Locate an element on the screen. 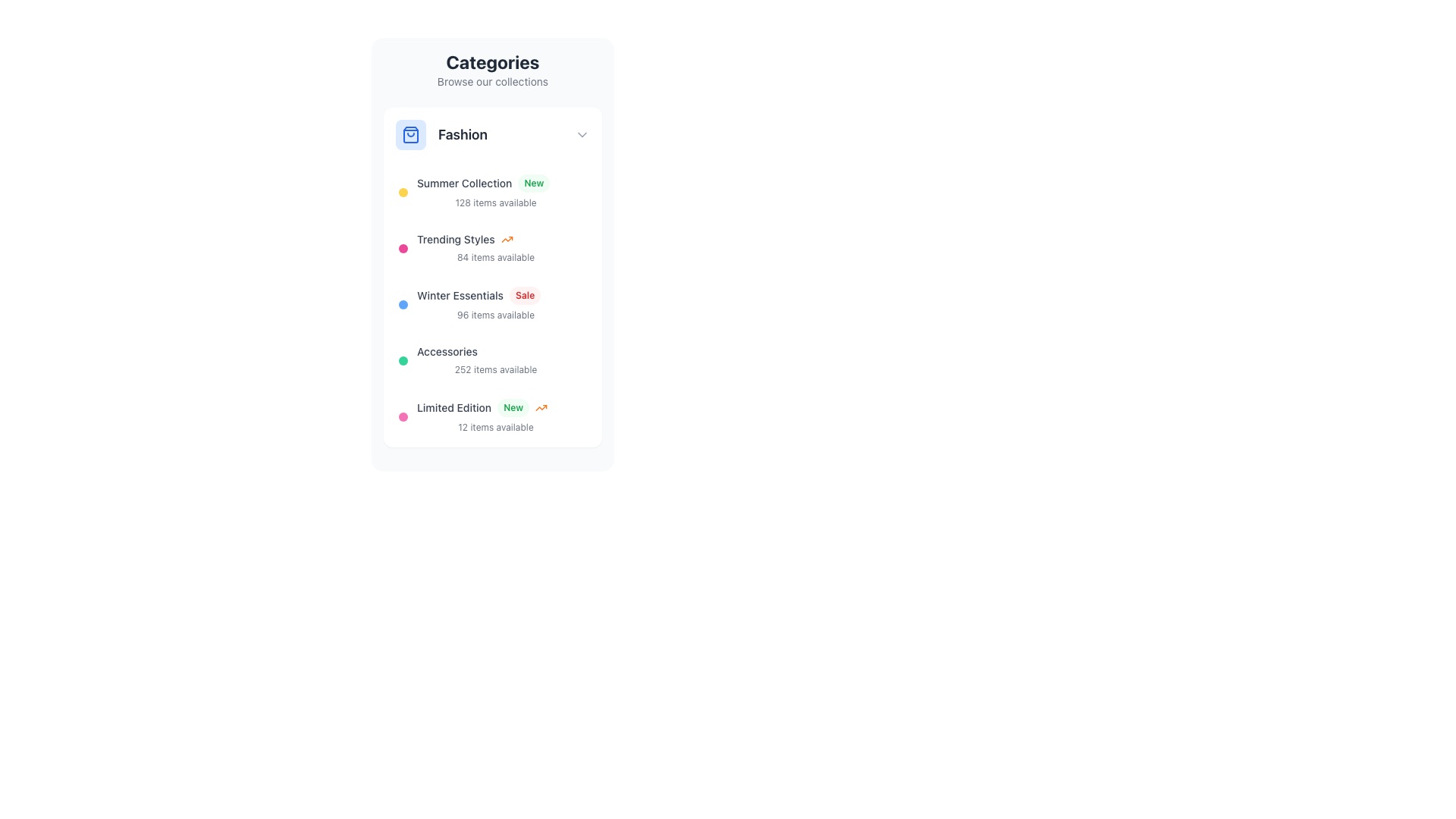 This screenshot has width=1456, height=819. the blue briefcase or shopping bag icon in the navigation menu, which is positioned to the left of the 'Fashion' text label is located at coordinates (411, 133).